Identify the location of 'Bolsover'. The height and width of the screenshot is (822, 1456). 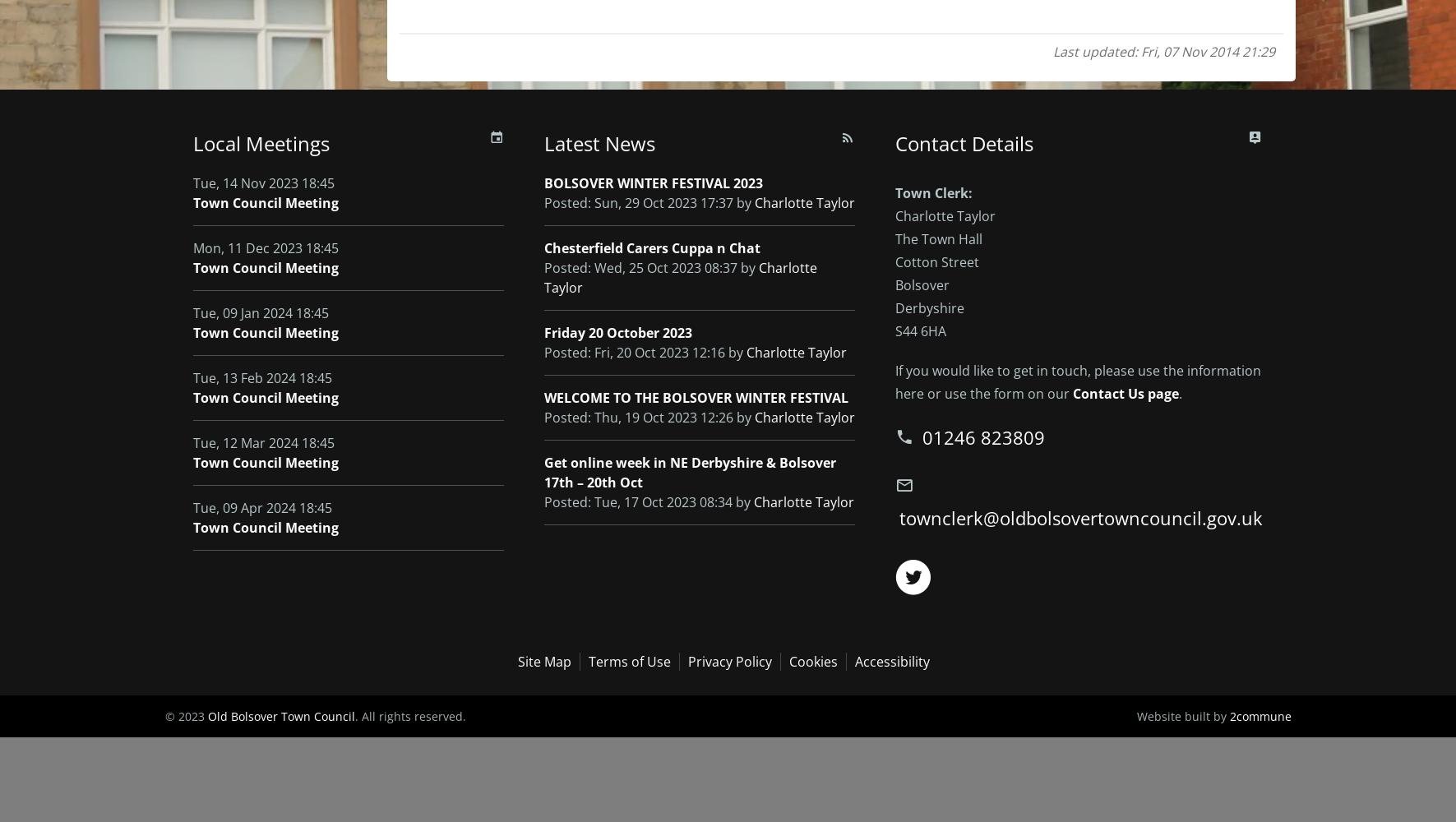
(893, 284).